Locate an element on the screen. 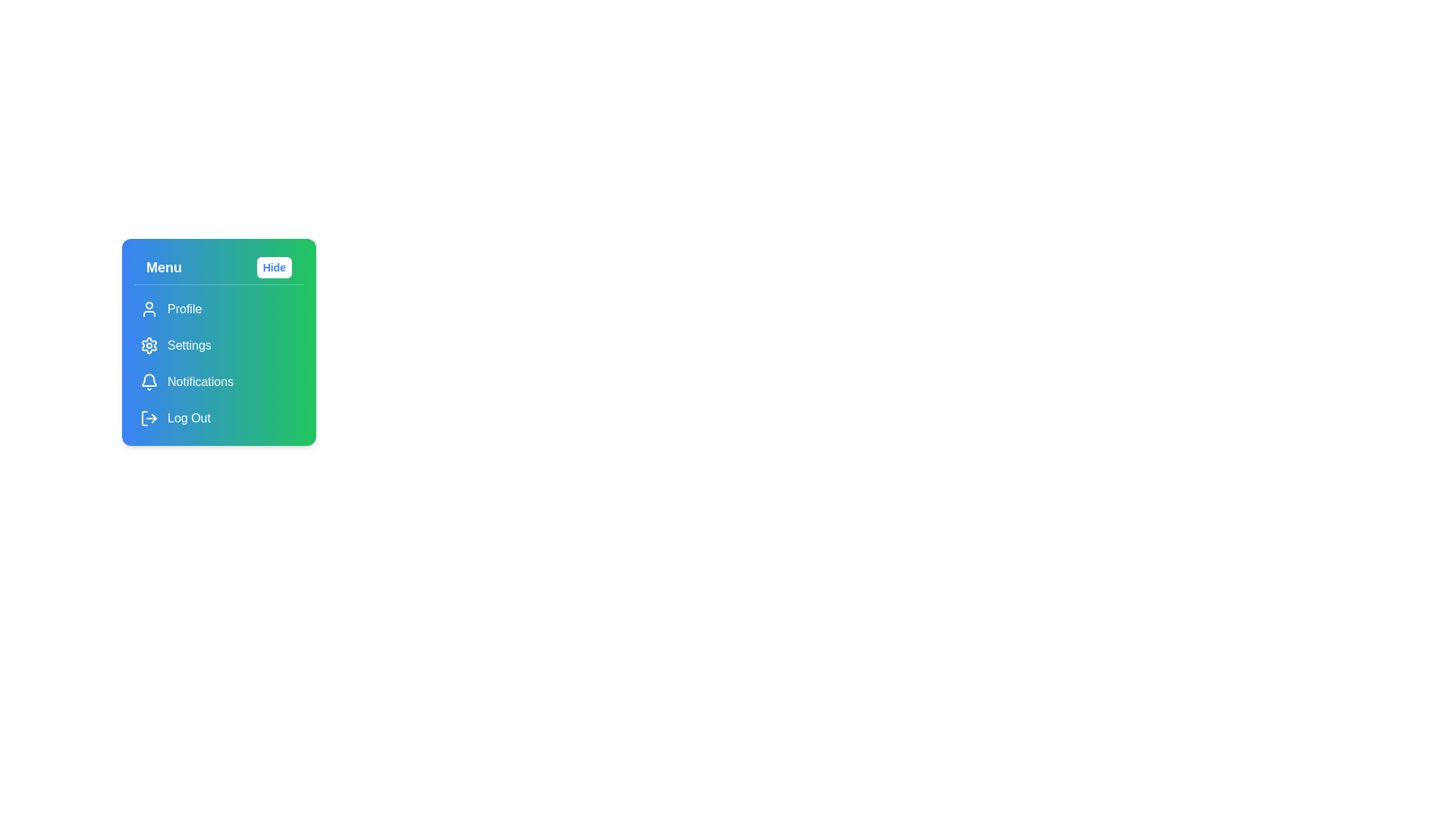  the 'Log Out' label element, which is styled in white text on a gradient blue-green background and is located at the bottom of the vertical menu is located at coordinates (188, 418).